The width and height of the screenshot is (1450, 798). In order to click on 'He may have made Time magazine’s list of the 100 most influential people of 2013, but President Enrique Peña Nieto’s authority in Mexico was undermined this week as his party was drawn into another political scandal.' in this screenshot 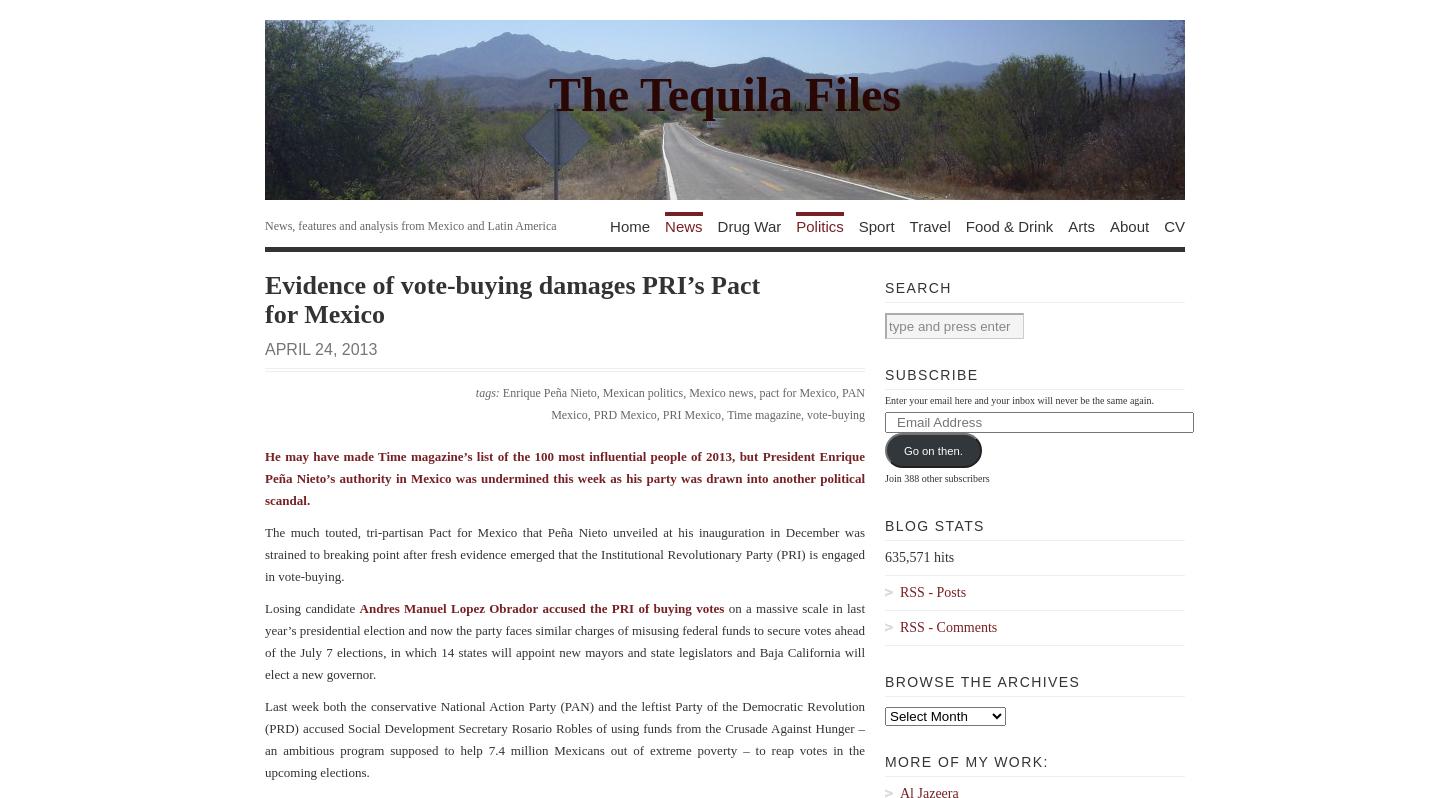, I will do `click(265, 477)`.